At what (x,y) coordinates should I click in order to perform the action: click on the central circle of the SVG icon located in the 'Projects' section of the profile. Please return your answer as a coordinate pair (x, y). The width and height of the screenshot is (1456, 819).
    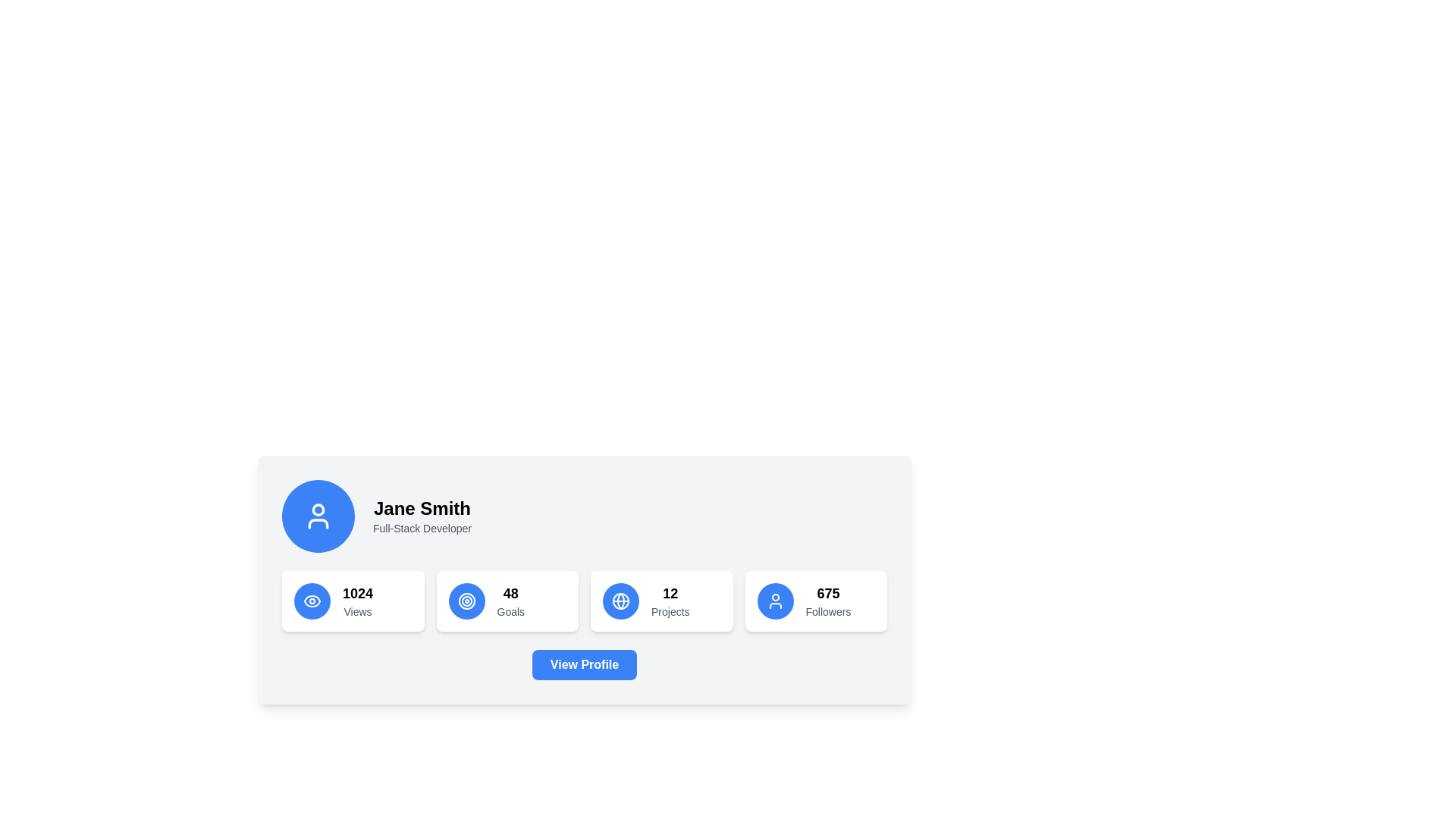
    Looking at the image, I should click on (621, 601).